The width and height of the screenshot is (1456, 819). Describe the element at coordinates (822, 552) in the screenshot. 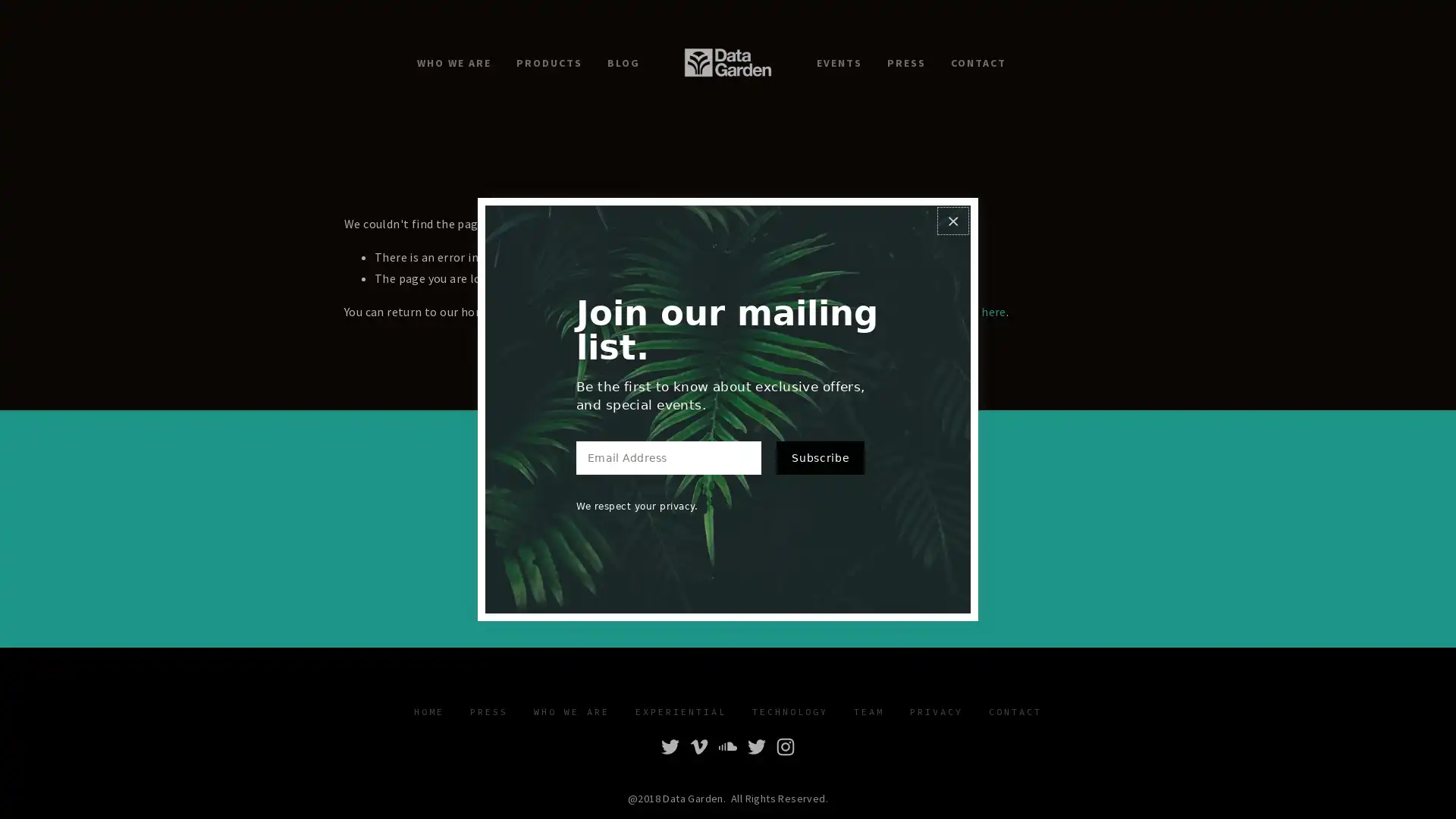

I see `SIGN UP` at that location.